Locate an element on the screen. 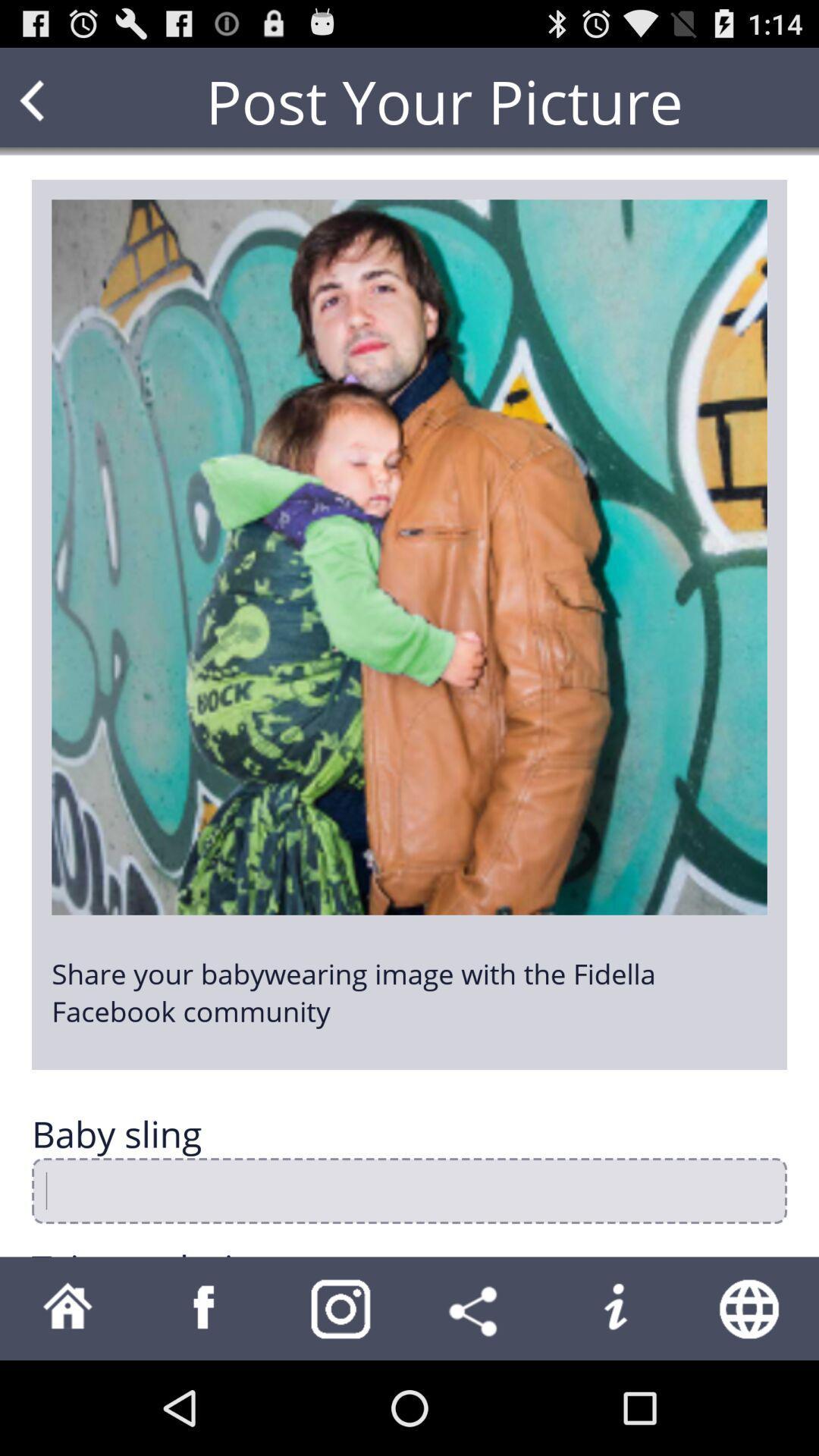  the home icon is located at coordinates (67, 1400).